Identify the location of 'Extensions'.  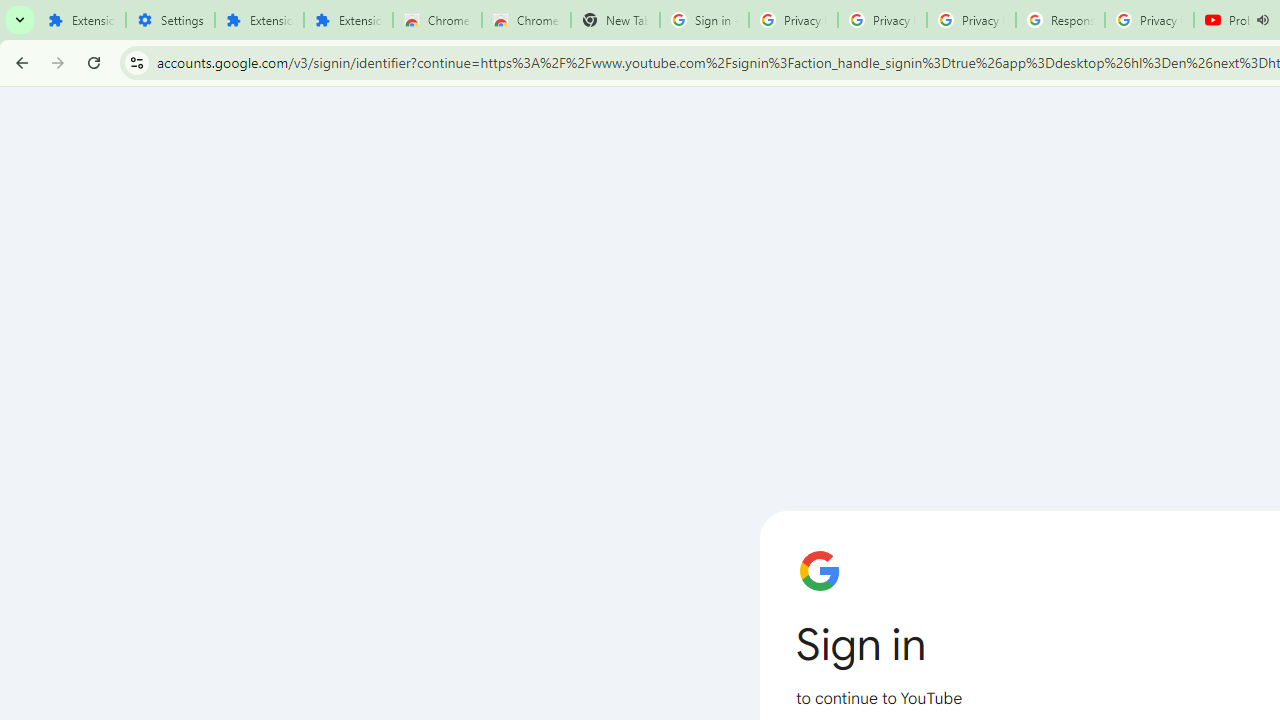
(258, 20).